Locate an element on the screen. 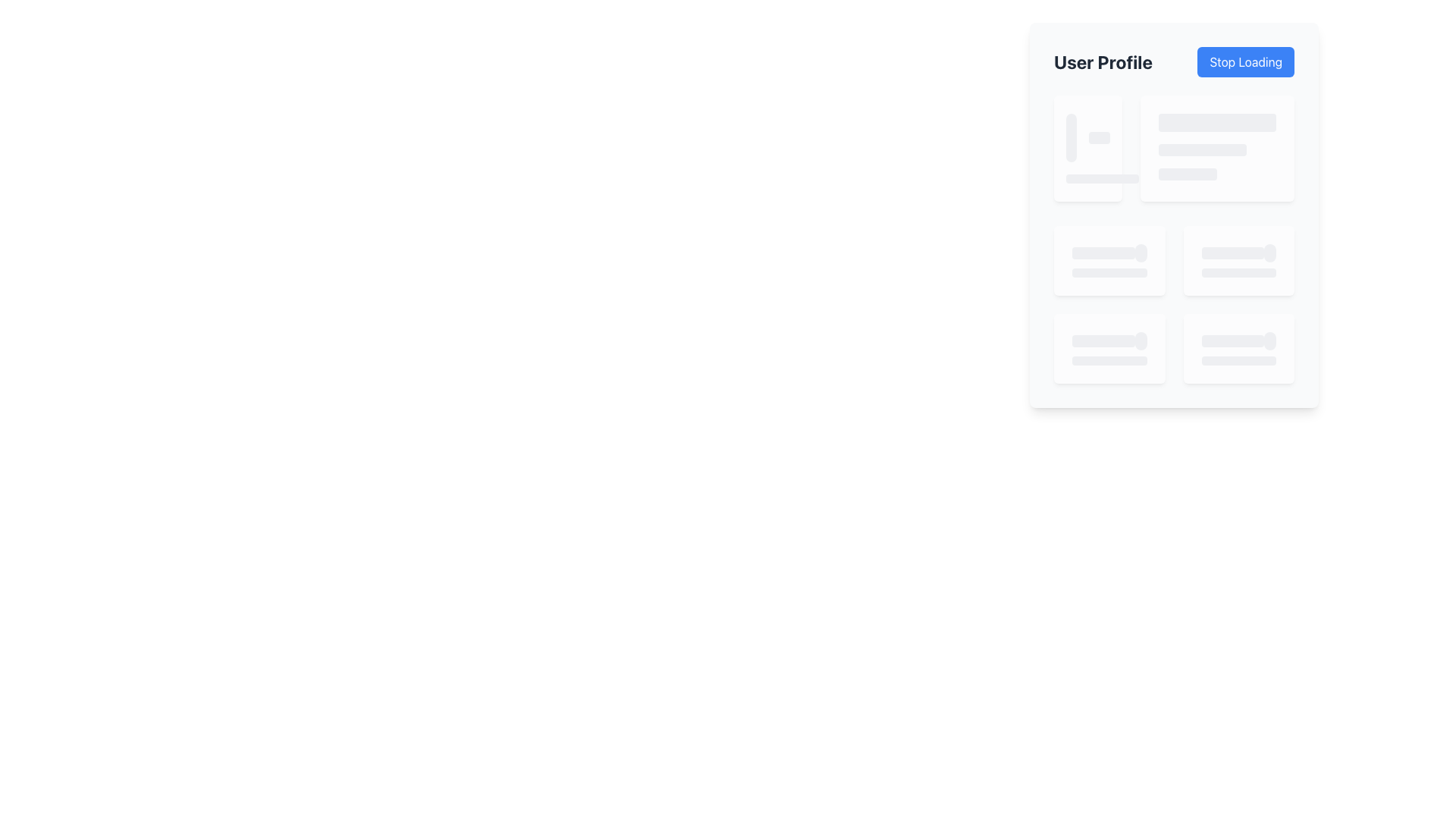 This screenshot has width=1456, height=819. the slider value is located at coordinates (1136, 341).